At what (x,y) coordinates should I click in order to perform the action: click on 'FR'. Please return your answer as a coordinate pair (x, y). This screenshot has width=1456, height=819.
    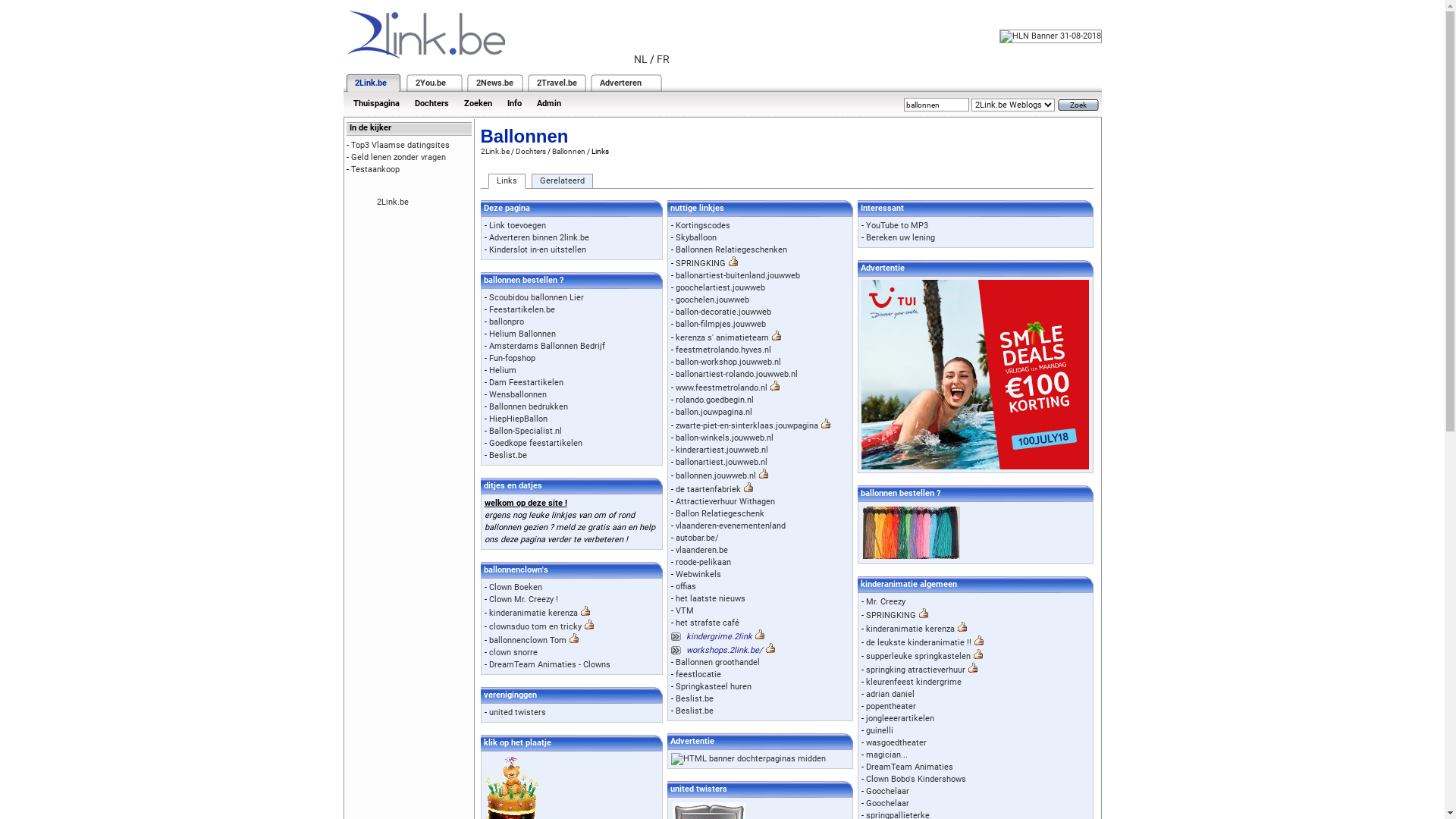
    Looking at the image, I should click on (656, 58).